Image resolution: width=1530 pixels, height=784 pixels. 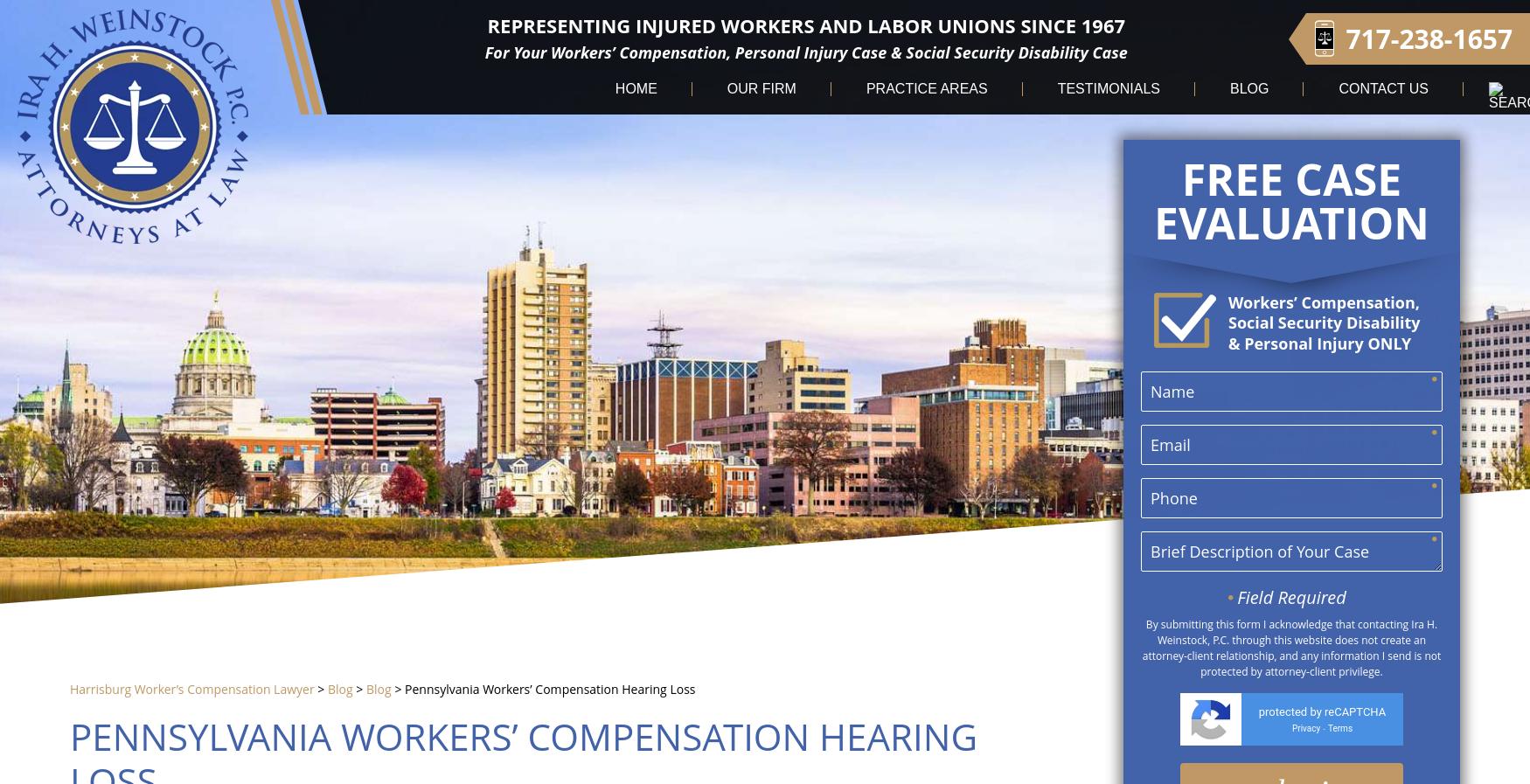 What do you see at coordinates (1321, 711) in the screenshot?
I see `'protected by reCAPTCHA'` at bounding box center [1321, 711].